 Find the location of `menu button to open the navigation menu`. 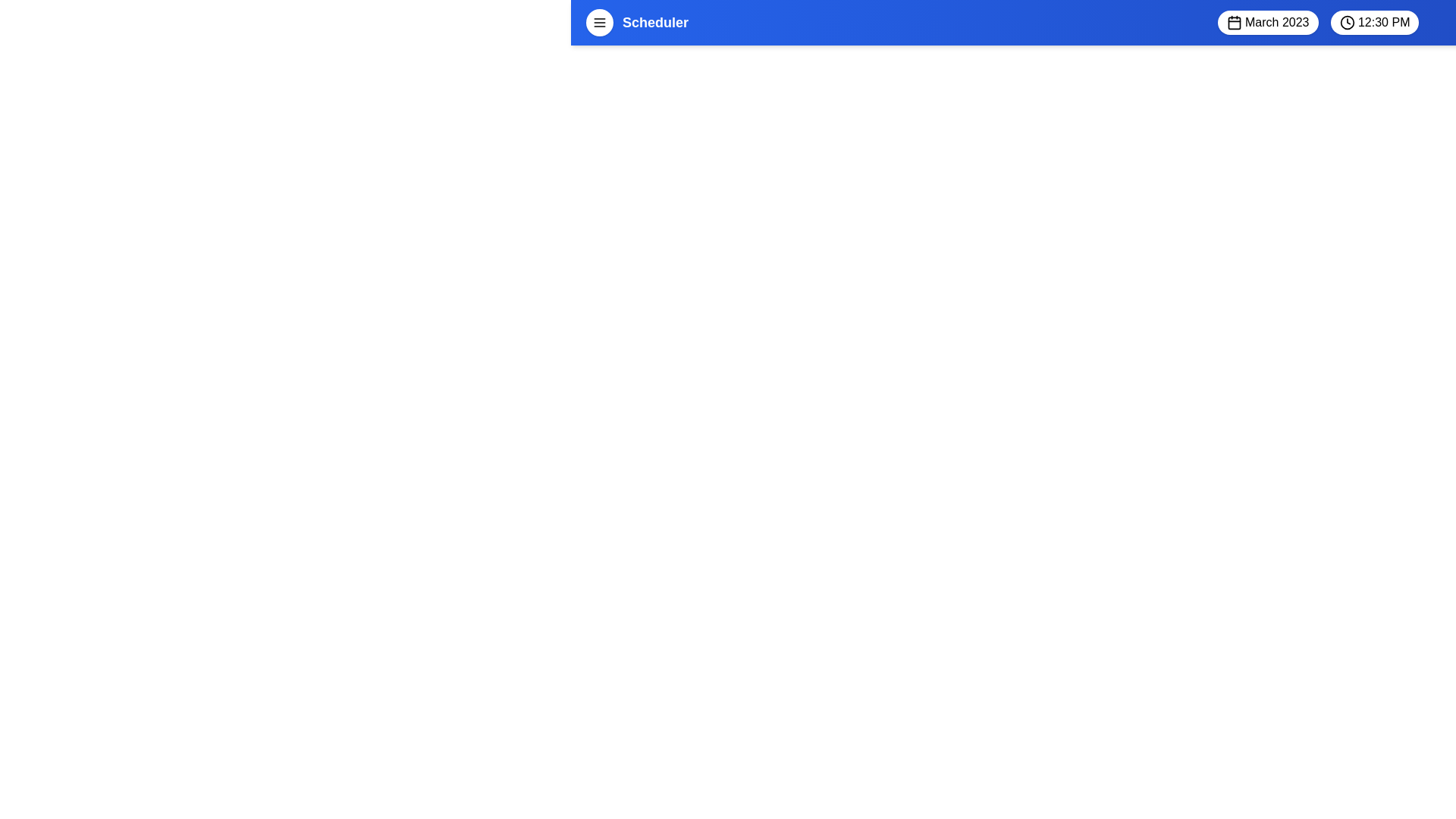

menu button to open the navigation menu is located at coordinates (599, 23).